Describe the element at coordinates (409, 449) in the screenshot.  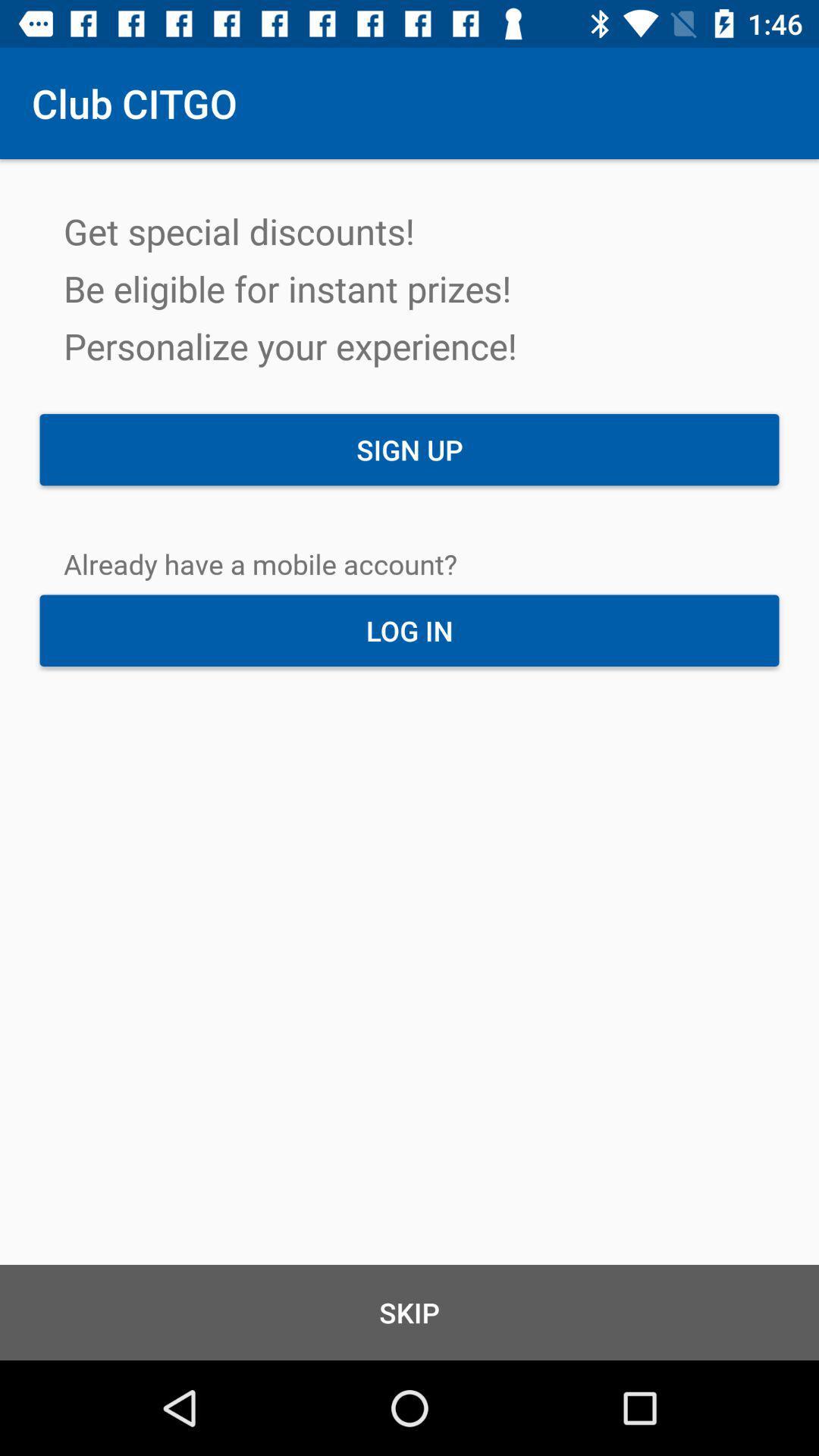
I see `the icon below get special discounts item` at that location.